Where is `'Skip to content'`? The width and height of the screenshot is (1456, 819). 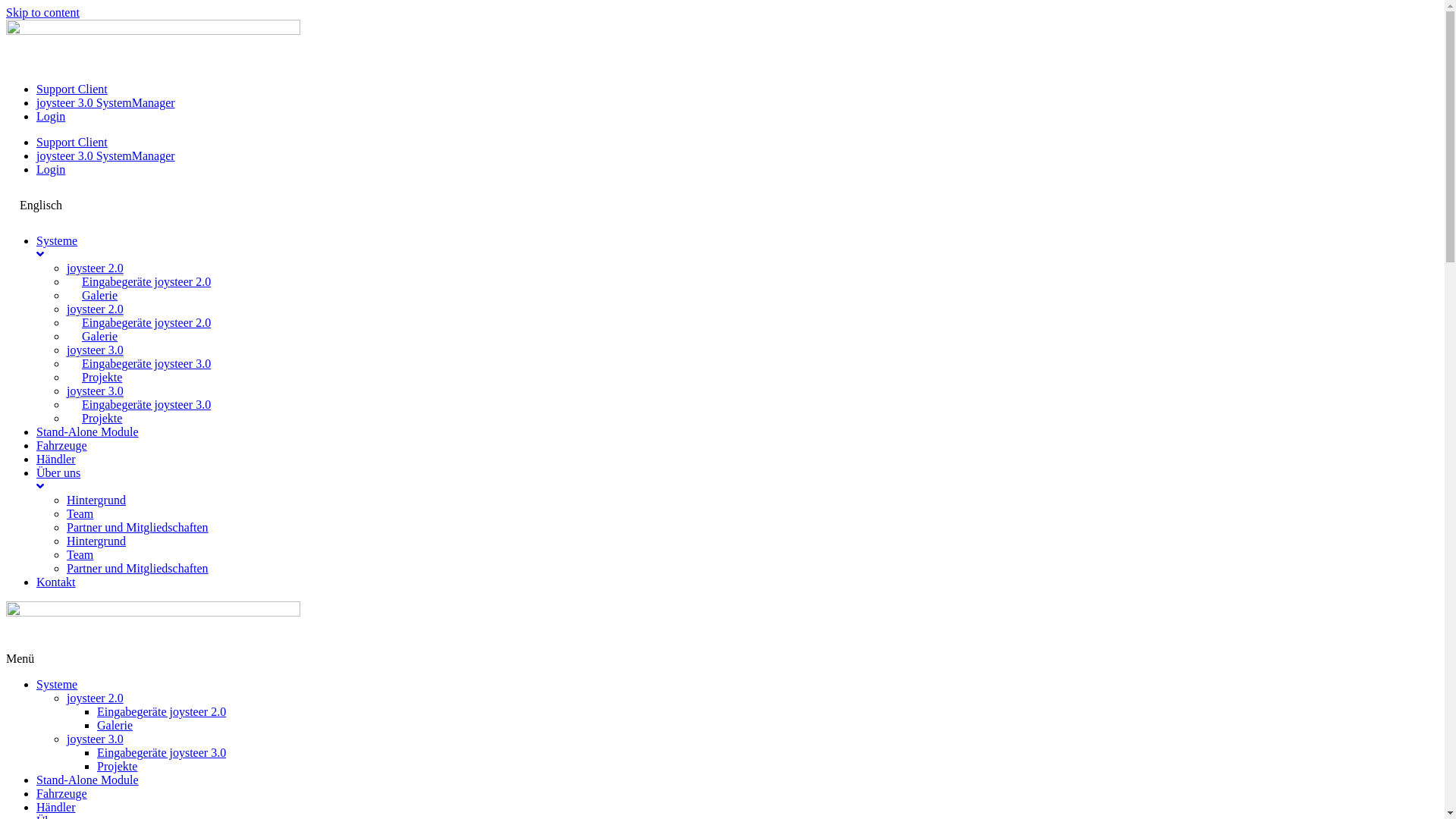
'Skip to content' is located at coordinates (42, 12).